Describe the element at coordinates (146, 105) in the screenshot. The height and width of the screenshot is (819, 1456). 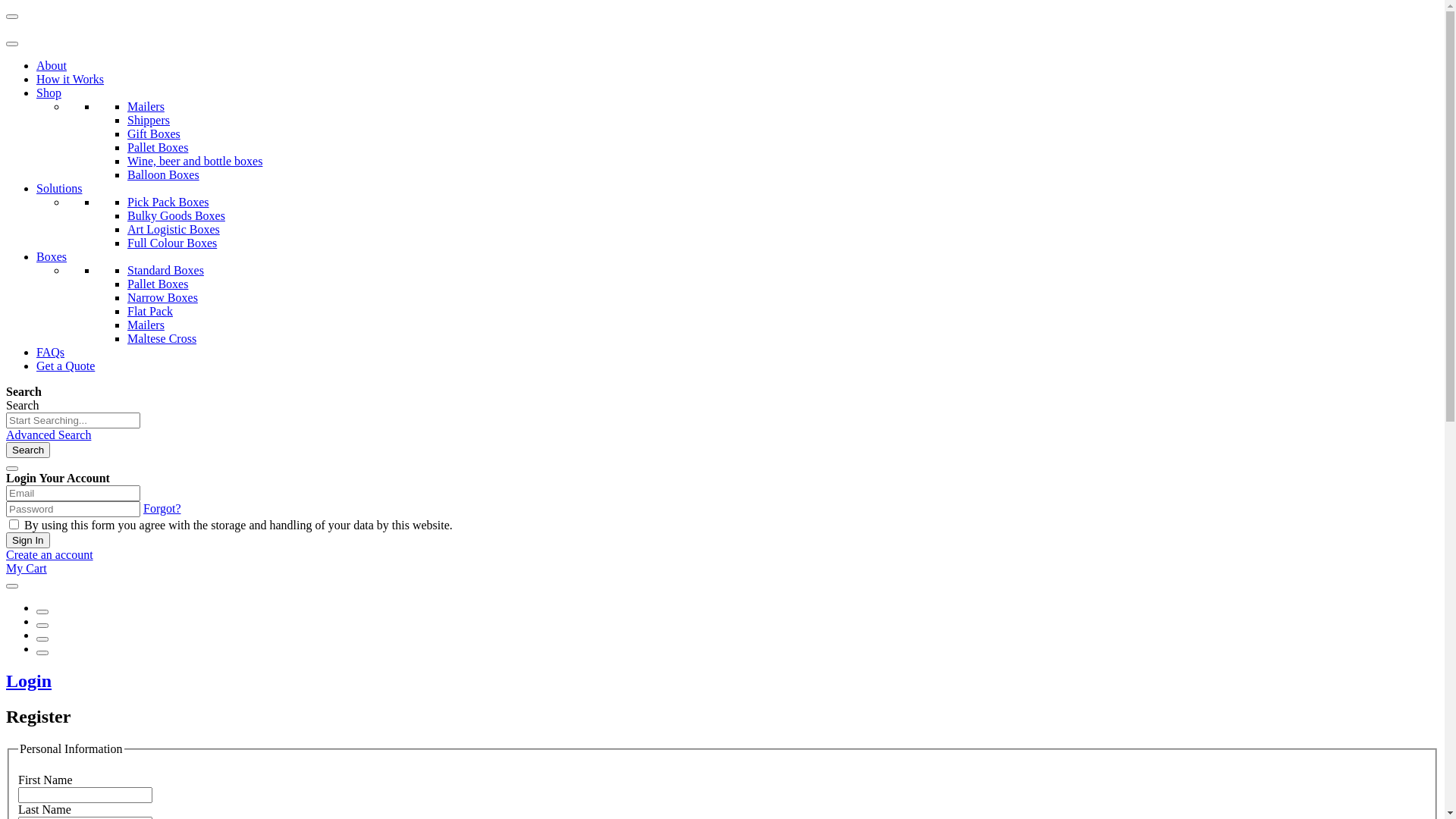
I see `'Mailers'` at that location.